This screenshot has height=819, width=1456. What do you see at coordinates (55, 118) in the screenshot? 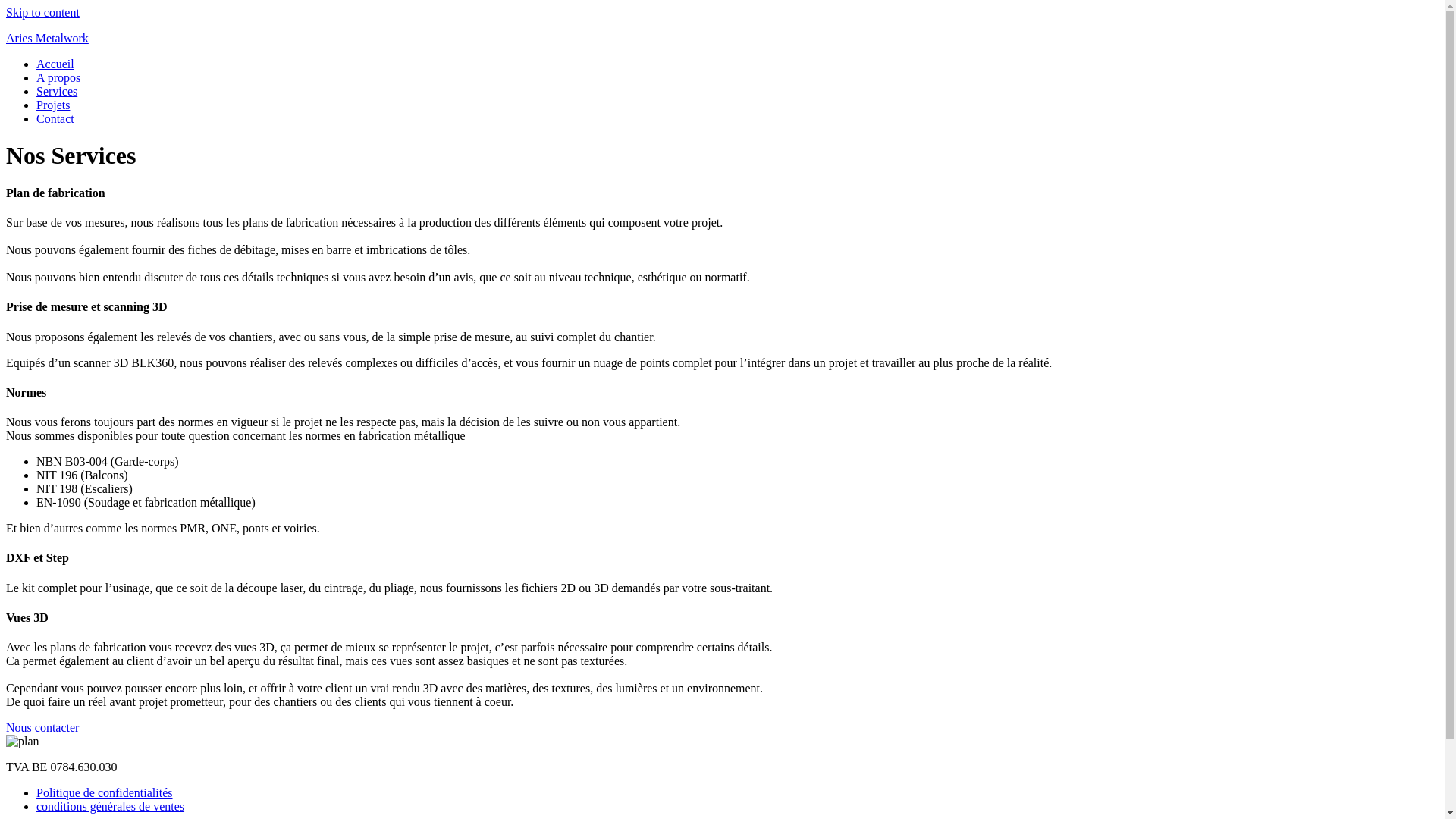
I see `'Contact'` at bounding box center [55, 118].